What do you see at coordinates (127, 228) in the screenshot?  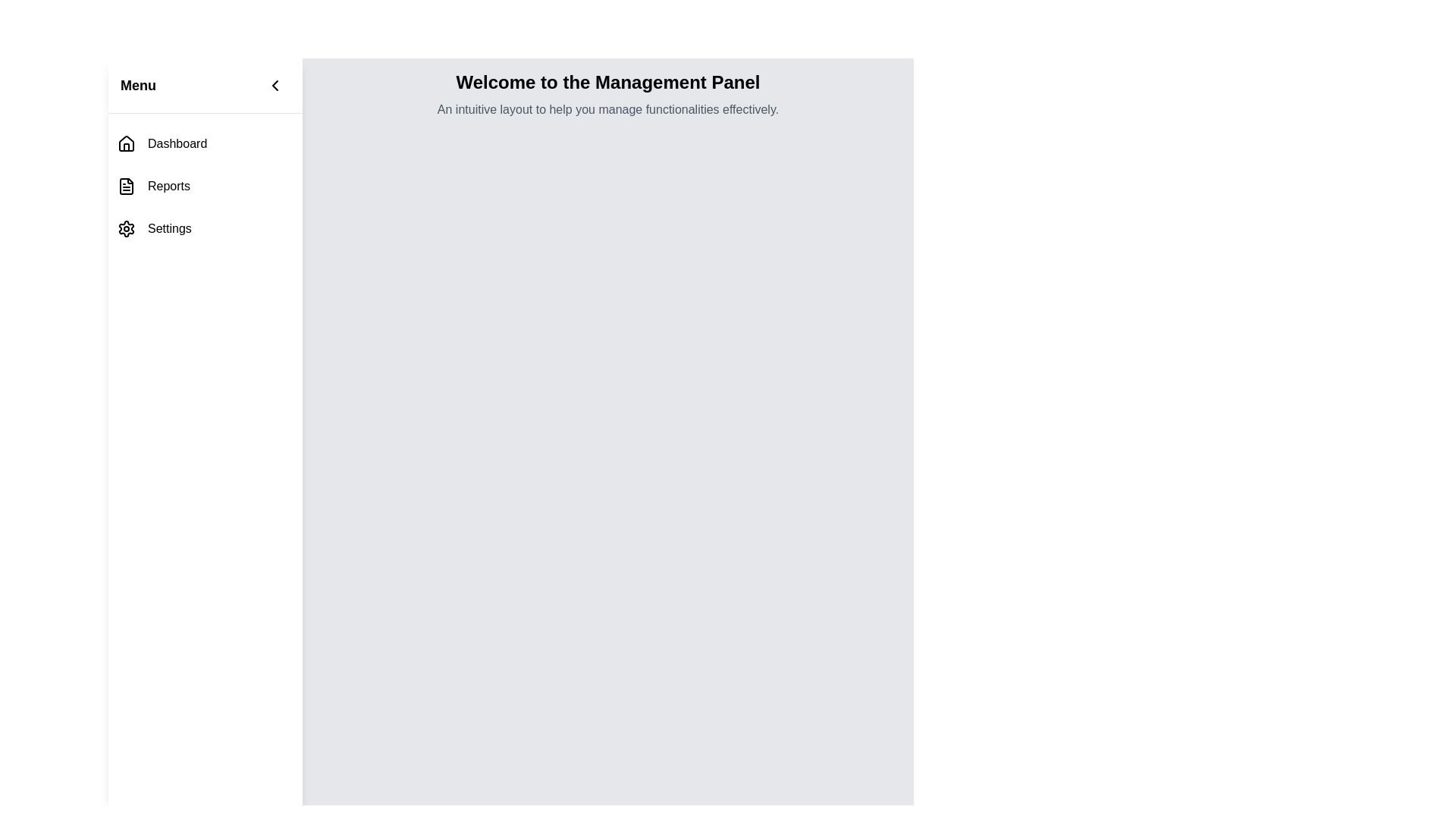 I see `the 'Settings' icon in the left side navigation menu` at bounding box center [127, 228].